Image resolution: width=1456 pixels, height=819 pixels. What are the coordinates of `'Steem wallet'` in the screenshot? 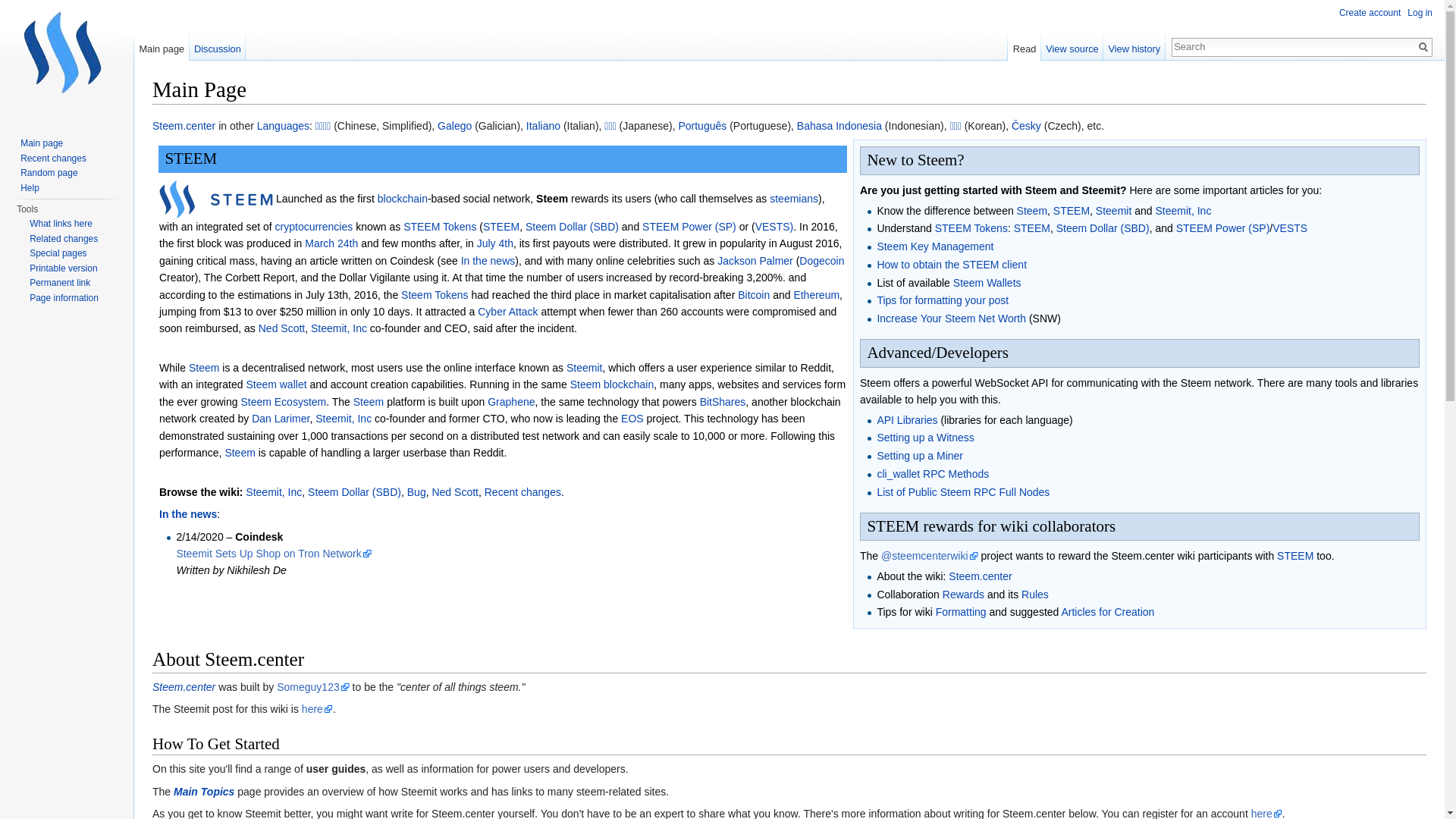 It's located at (276, 383).